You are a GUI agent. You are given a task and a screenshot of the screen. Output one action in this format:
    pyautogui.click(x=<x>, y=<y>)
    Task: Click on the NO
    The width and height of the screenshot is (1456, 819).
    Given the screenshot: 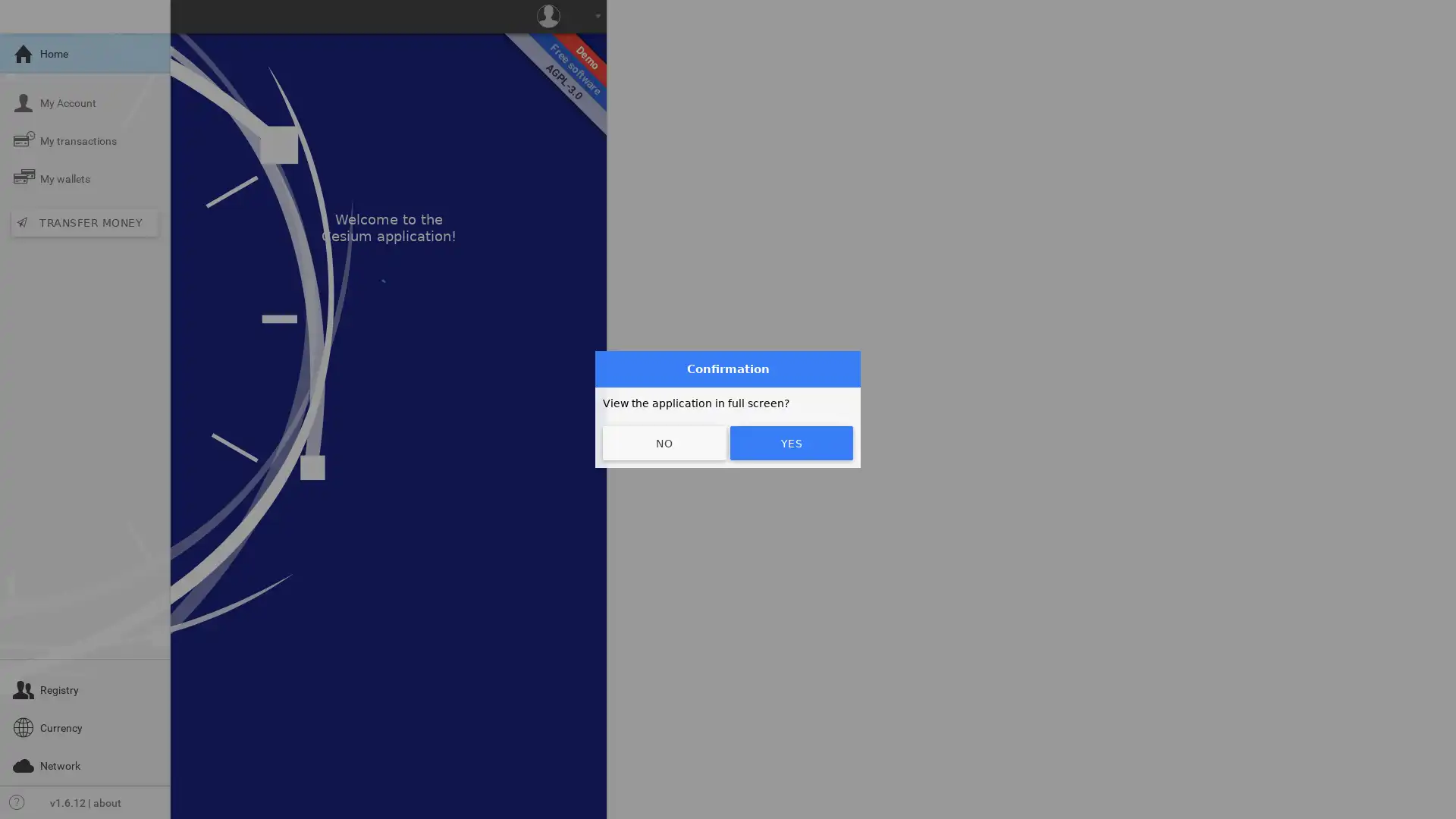 What is the action you would take?
    pyautogui.click(x=664, y=443)
    